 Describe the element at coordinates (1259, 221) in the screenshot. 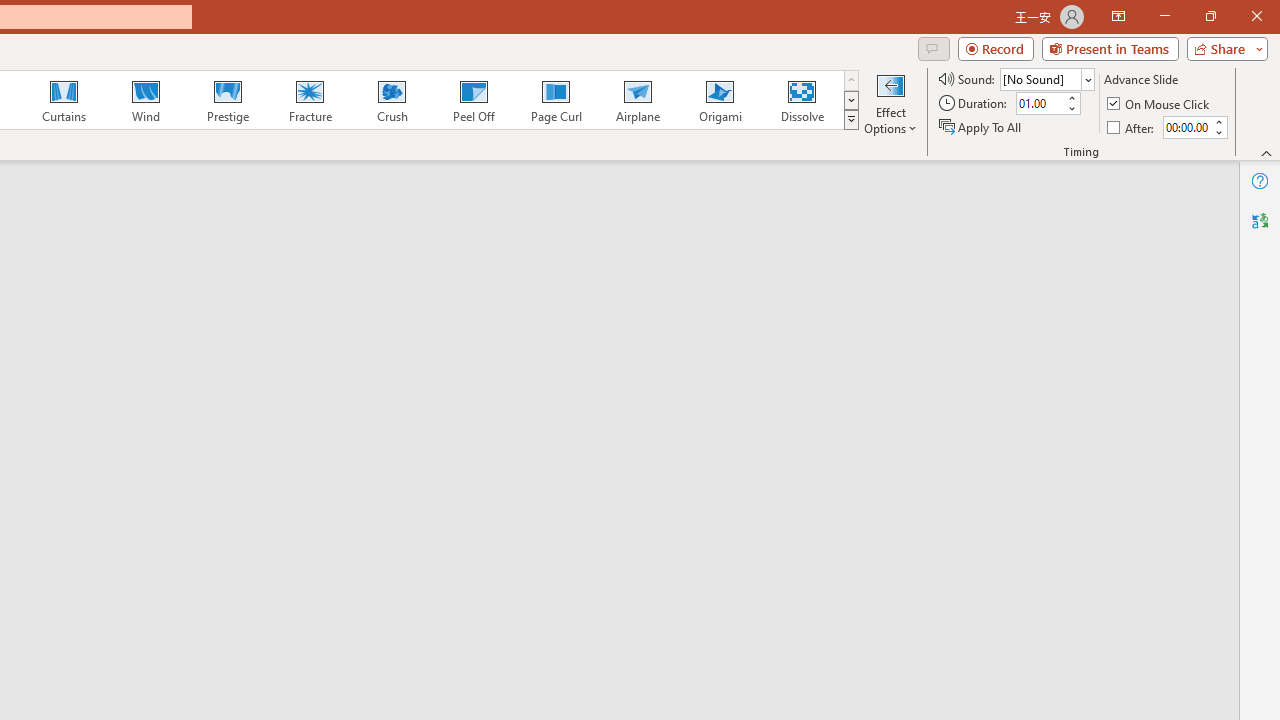

I see `'Translator'` at that location.